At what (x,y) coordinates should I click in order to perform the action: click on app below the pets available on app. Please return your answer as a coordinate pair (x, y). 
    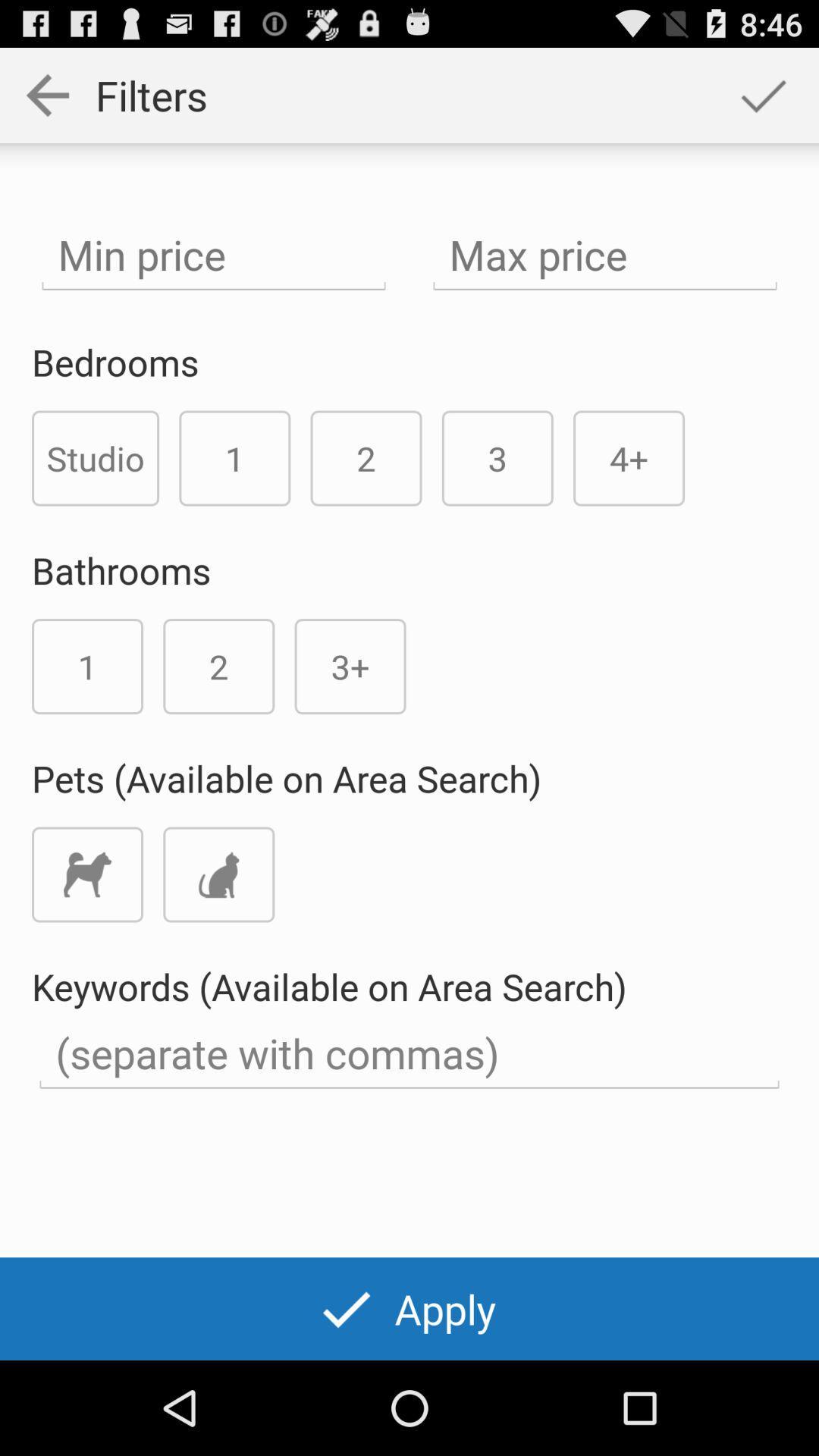
    Looking at the image, I should click on (87, 874).